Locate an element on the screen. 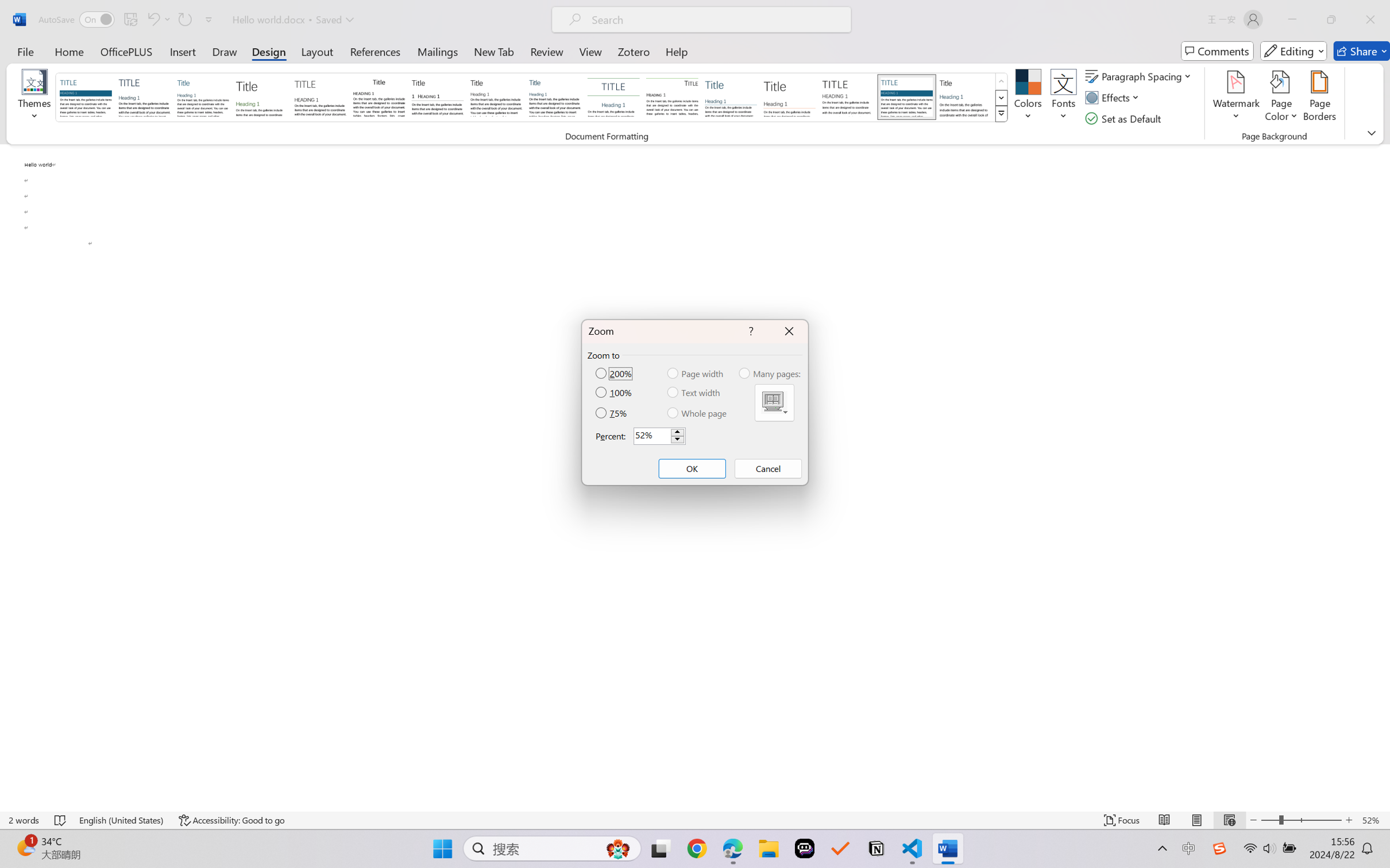 Image resolution: width=1390 pixels, height=868 pixels. 'Basic (Simple)' is located at coordinates (203, 96).